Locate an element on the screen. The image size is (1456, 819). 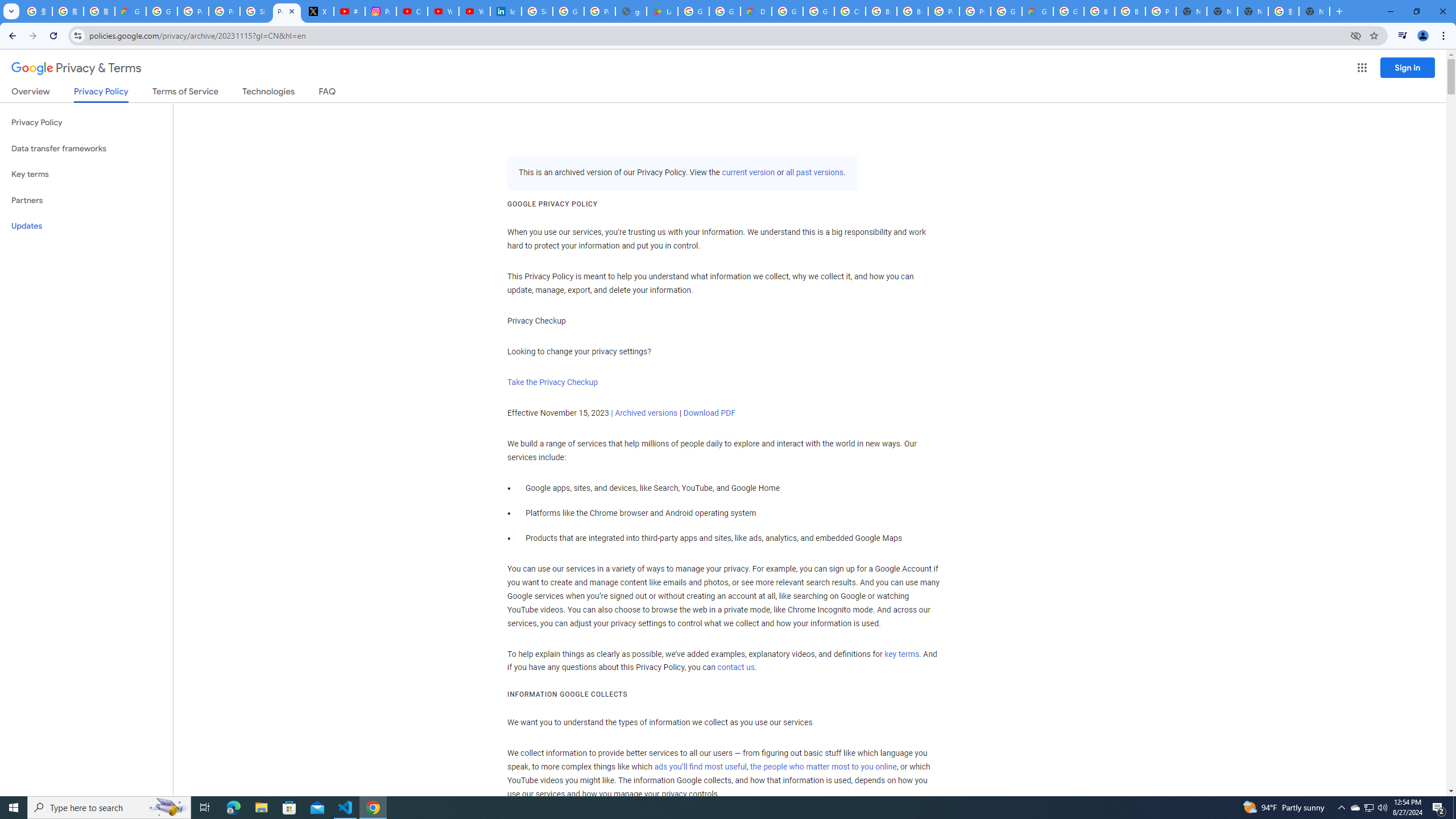
'all past versions' is located at coordinates (813, 172).